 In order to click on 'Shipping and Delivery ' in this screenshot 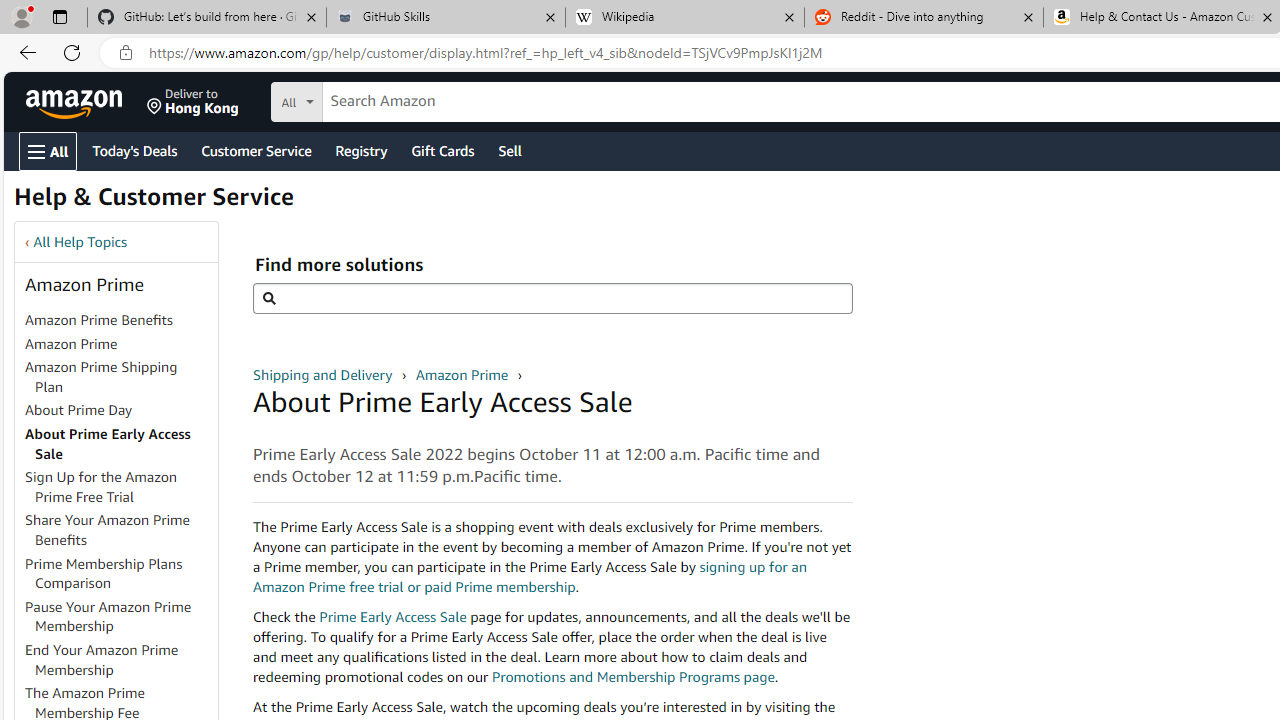, I will do `click(325, 374)`.